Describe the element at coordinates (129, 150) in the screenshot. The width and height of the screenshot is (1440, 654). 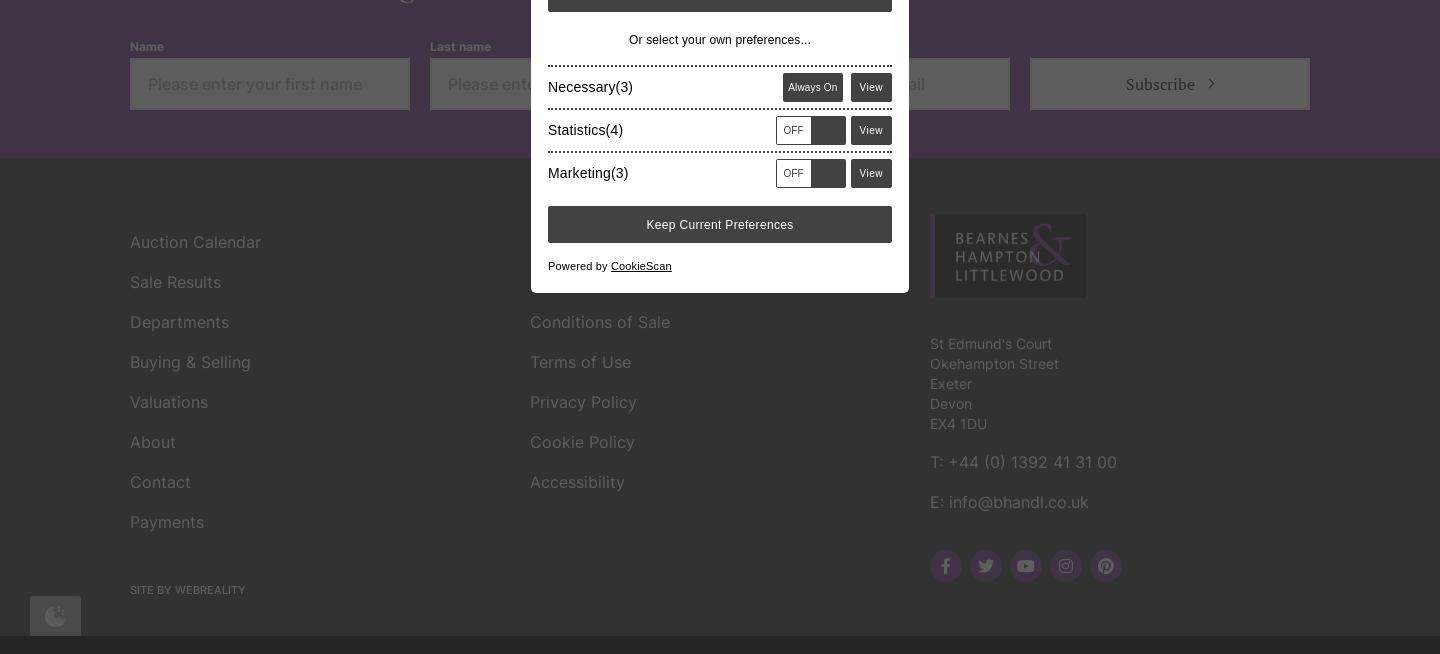
I see `'About'` at that location.